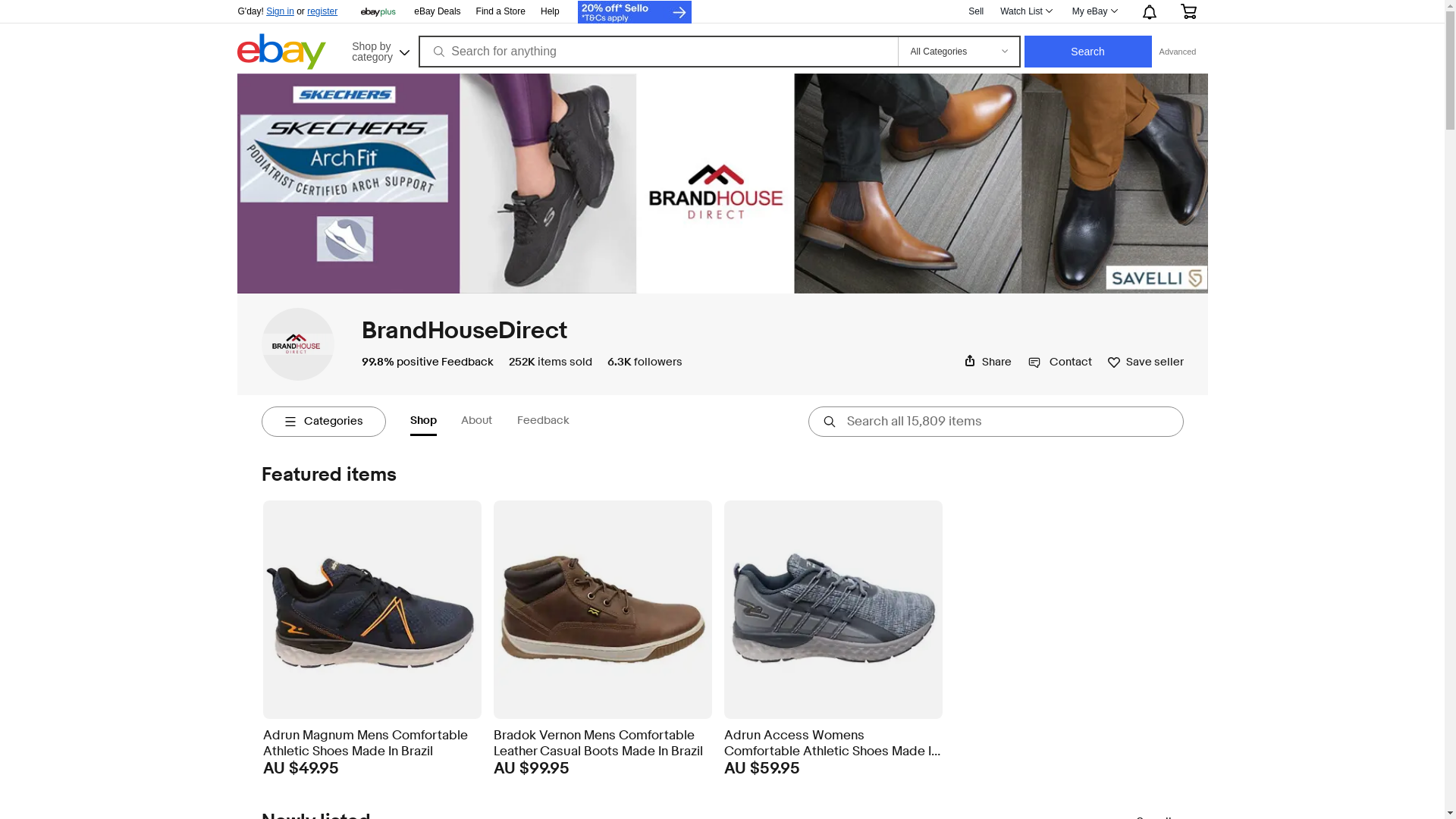 The width and height of the screenshot is (1456, 819). What do you see at coordinates (987, 362) in the screenshot?
I see `'Share'` at bounding box center [987, 362].